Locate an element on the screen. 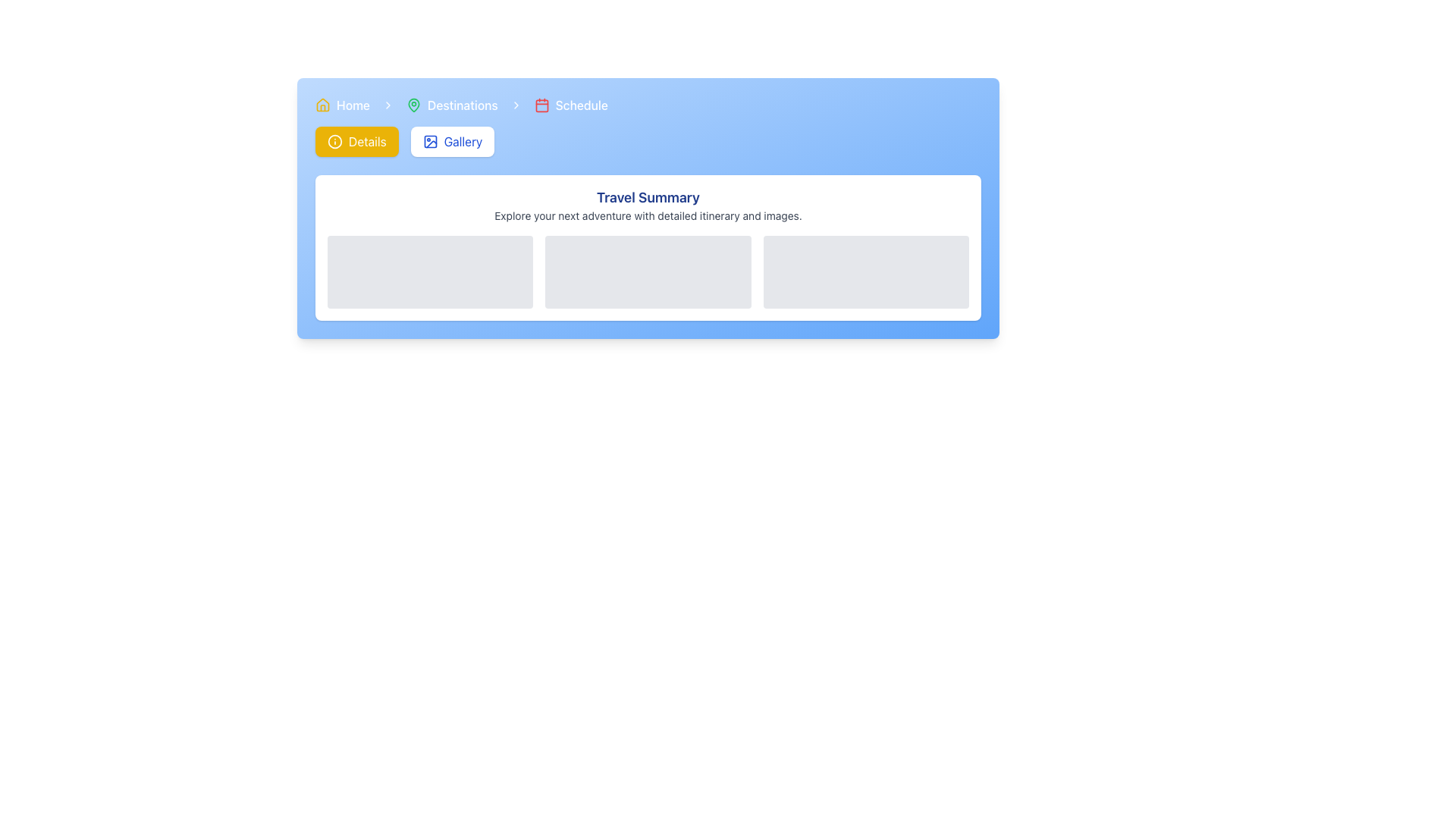 The height and width of the screenshot is (819, 1456). the button labeled 'Gallery' which is centrally located and includes an icon to its left is located at coordinates (462, 141).